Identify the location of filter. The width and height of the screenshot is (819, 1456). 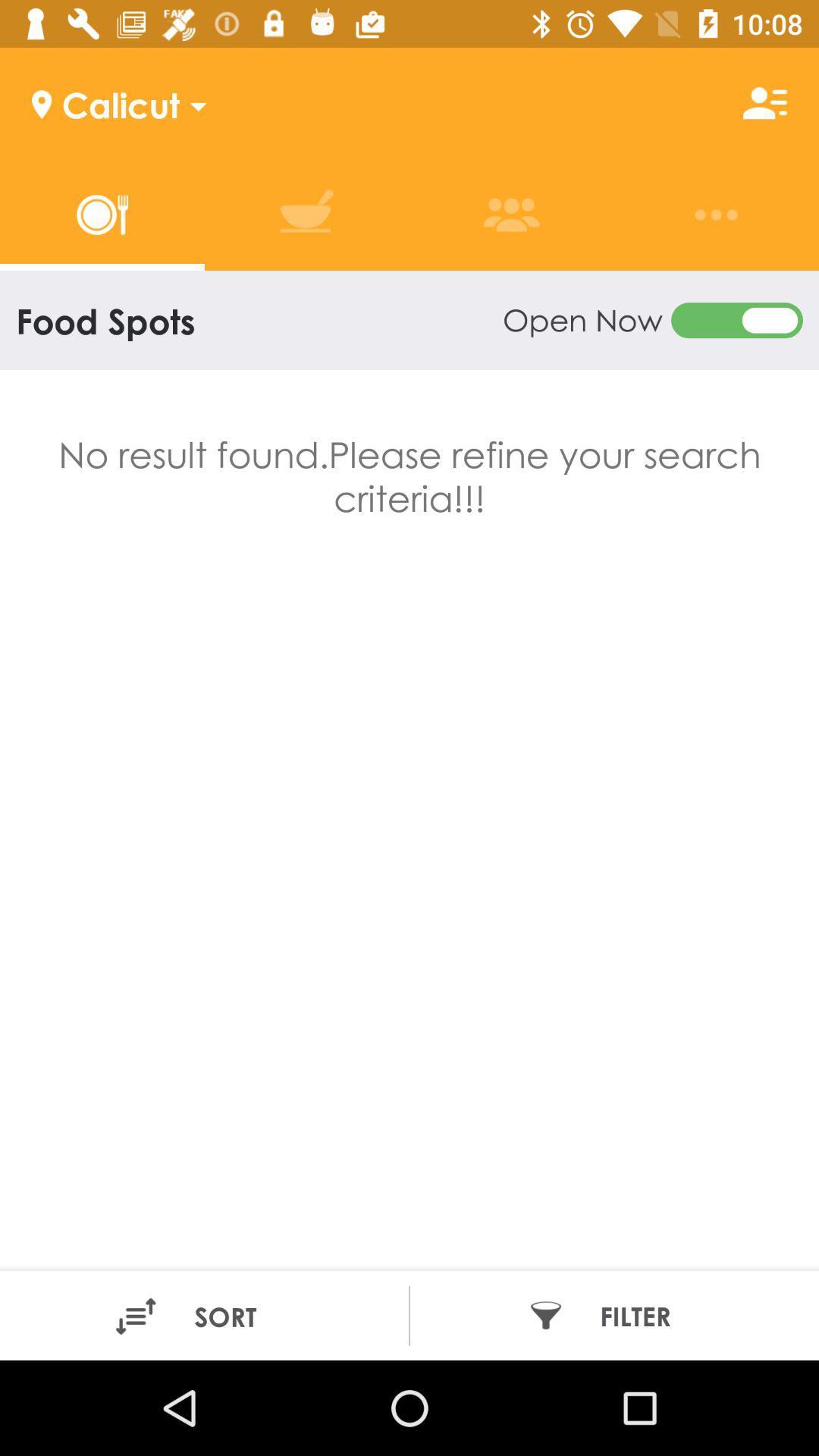
(608, 1314).